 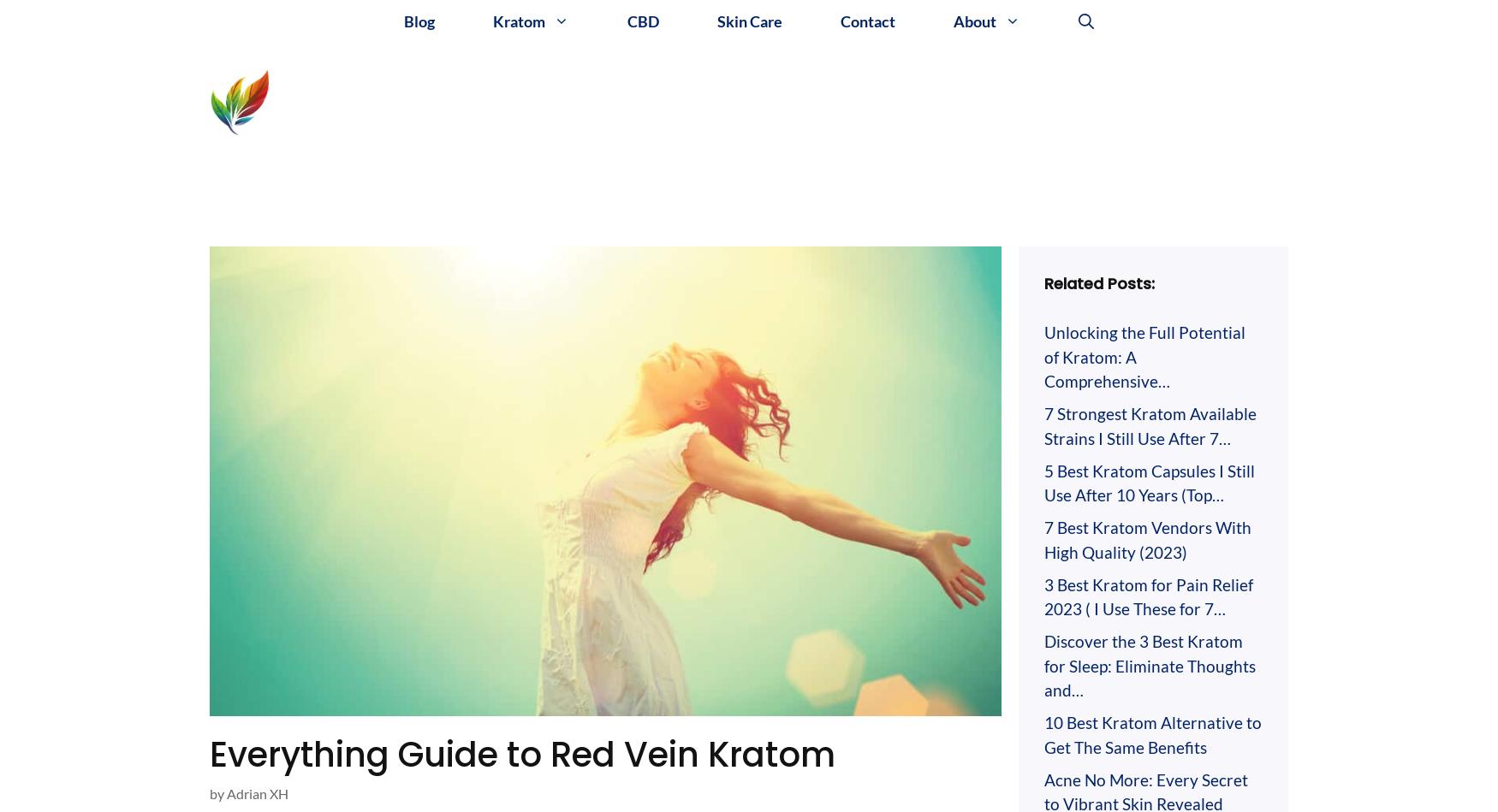 What do you see at coordinates (974, 21) in the screenshot?
I see `'About'` at bounding box center [974, 21].